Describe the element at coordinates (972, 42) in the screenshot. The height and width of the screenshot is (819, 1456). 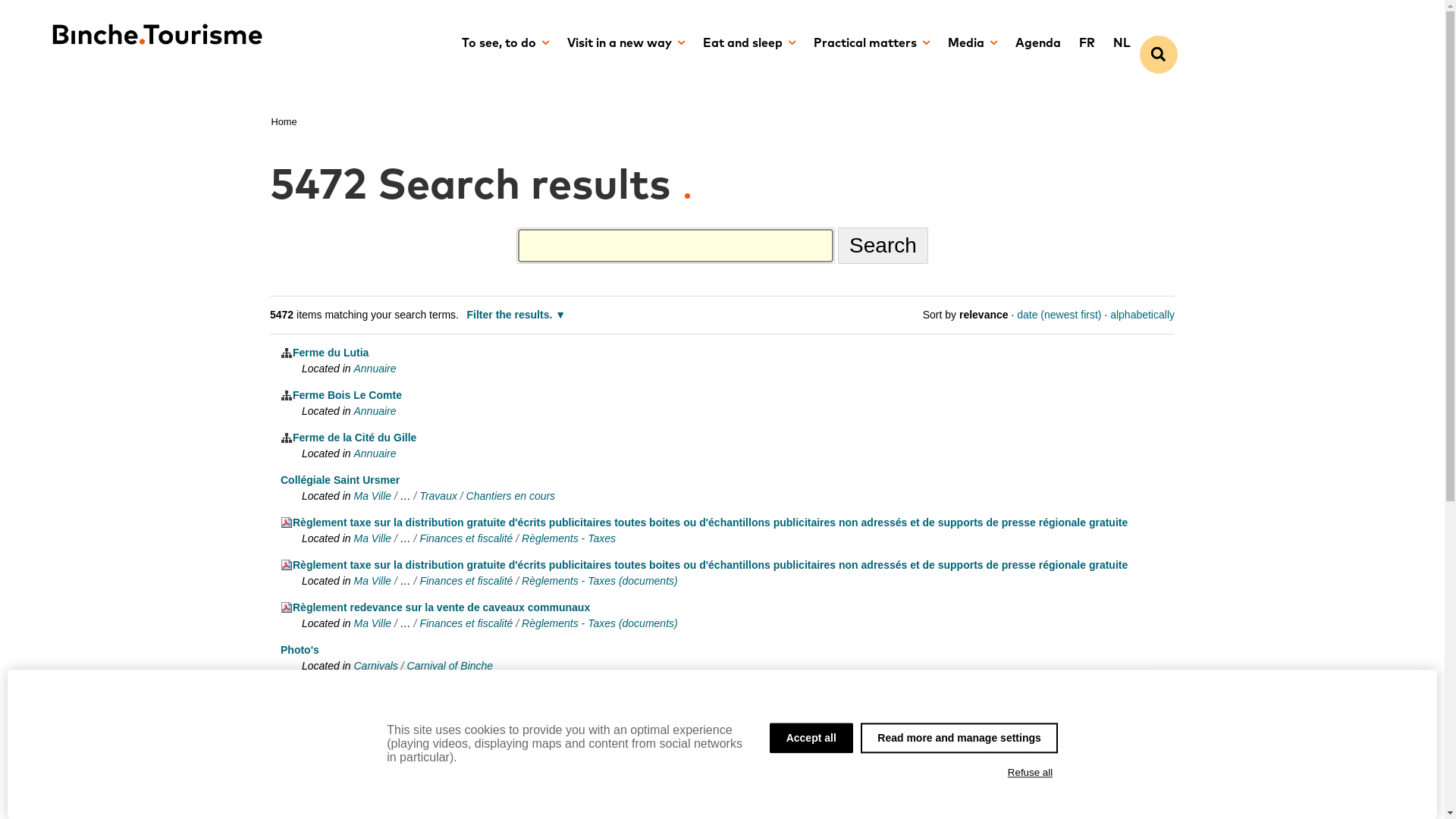
I see `'Media'` at that location.